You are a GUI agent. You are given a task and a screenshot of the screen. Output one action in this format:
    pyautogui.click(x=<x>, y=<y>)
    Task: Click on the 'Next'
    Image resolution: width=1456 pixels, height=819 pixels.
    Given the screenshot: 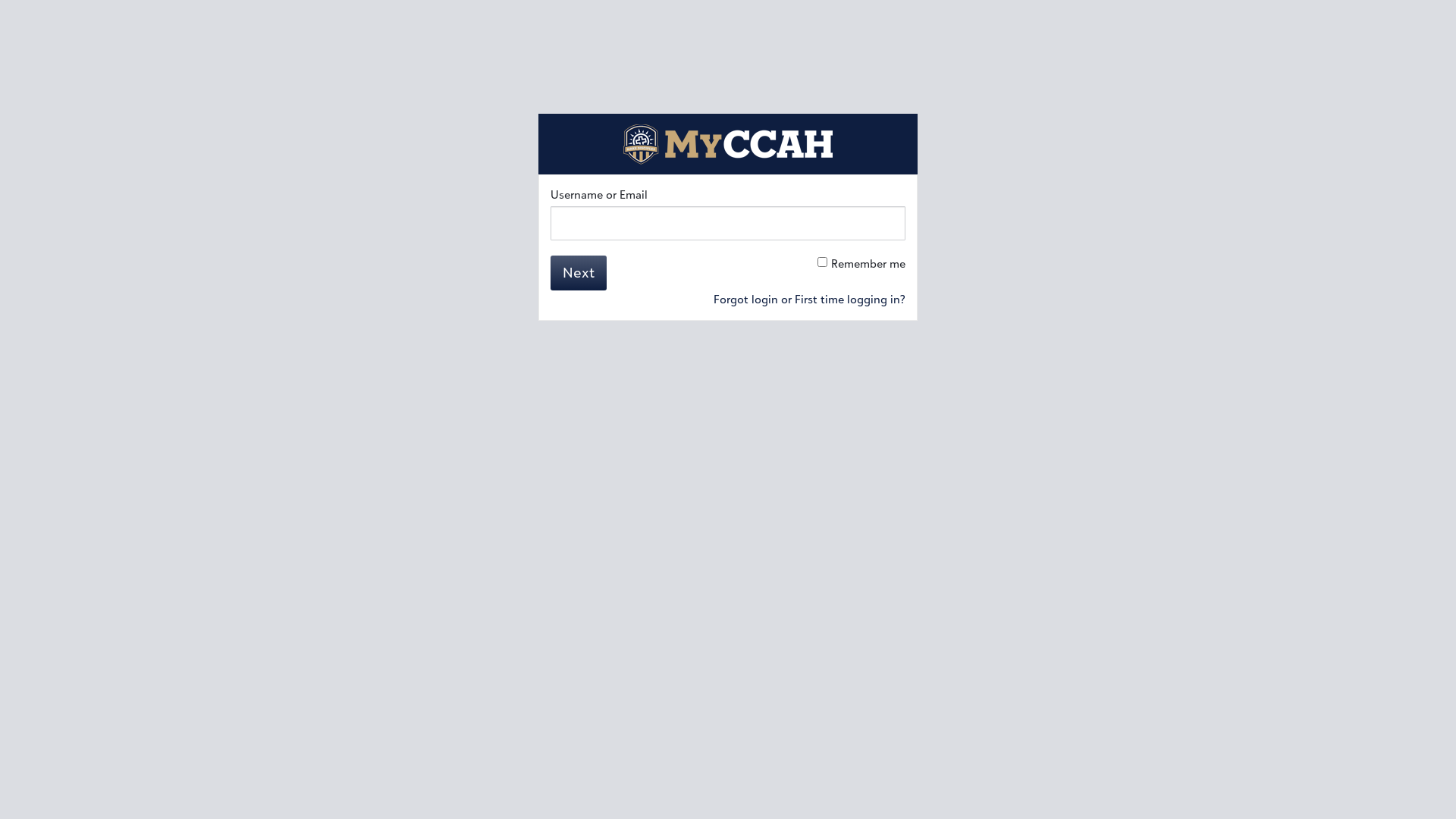 What is the action you would take?
    pyautogui.click(x=578, y=271)
    